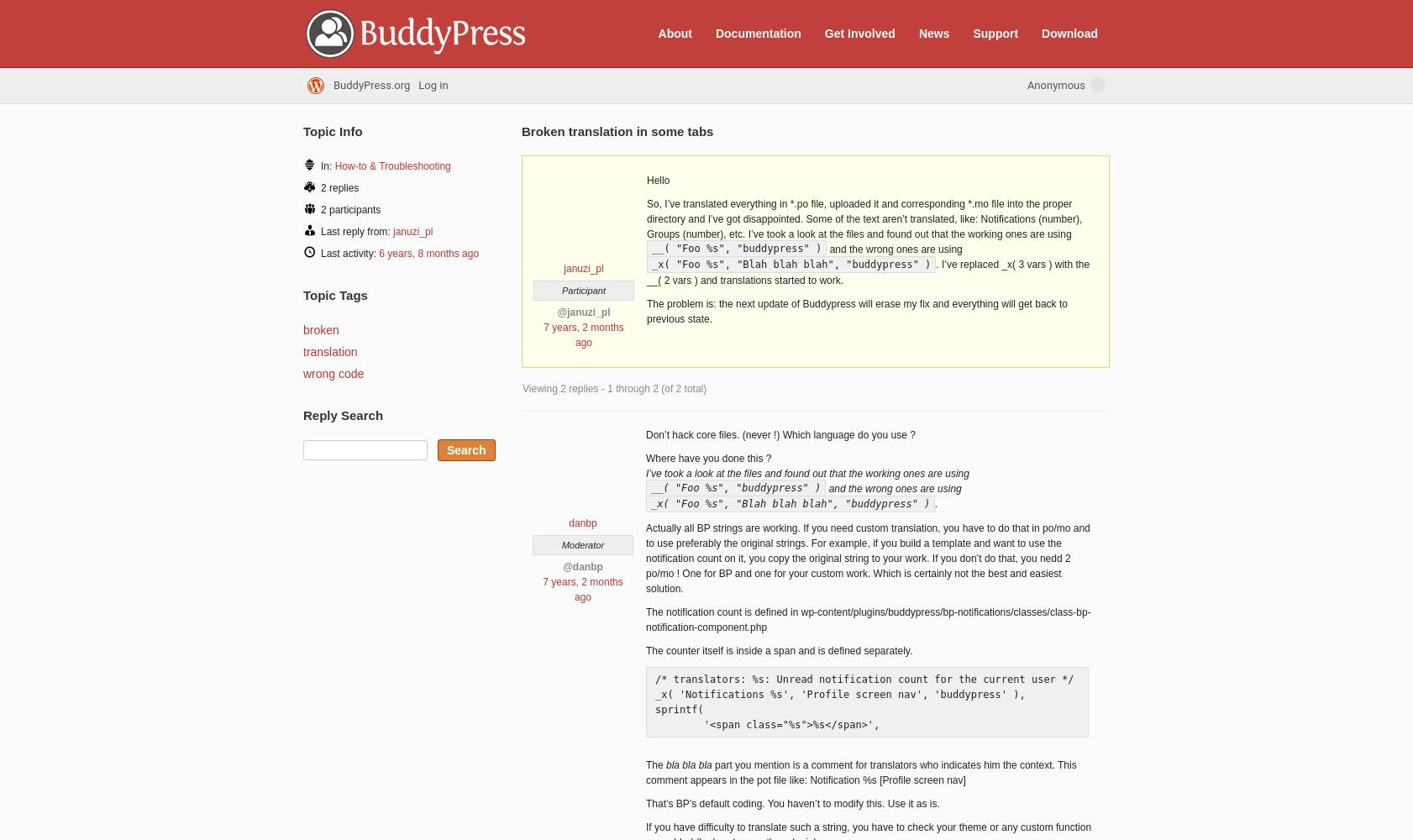 This screenshot has width=1413, height=840. Describe the element at coordinates (864, 701) in the screenshot. I see `'/* translators: %s: Unread notification count for the current user */
_x( 'Notifications %s', 'Profile screen nav', 'buddypress' ),
sprintf(
	'<span class="%s">%s</span>','` at that location.